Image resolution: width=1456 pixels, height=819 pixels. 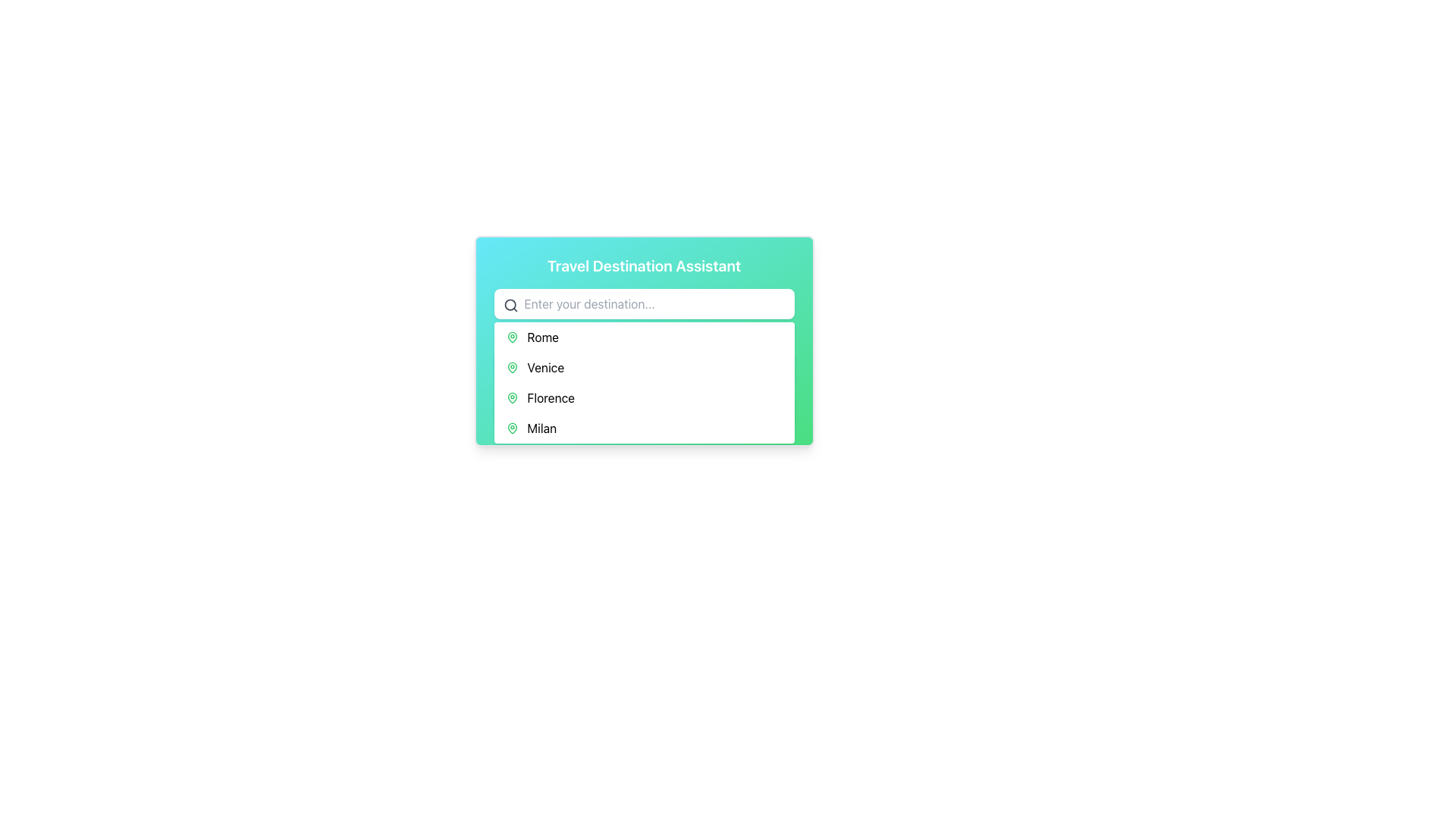 What do you see at coordinates (512, 336) in the screenshot?
I see `the green map-pin icon representing a location marker, which is located to the left of the text 'Rome' in the dropdown list under 'Travel Destination Assistant'` at bounding box center [512, 336].